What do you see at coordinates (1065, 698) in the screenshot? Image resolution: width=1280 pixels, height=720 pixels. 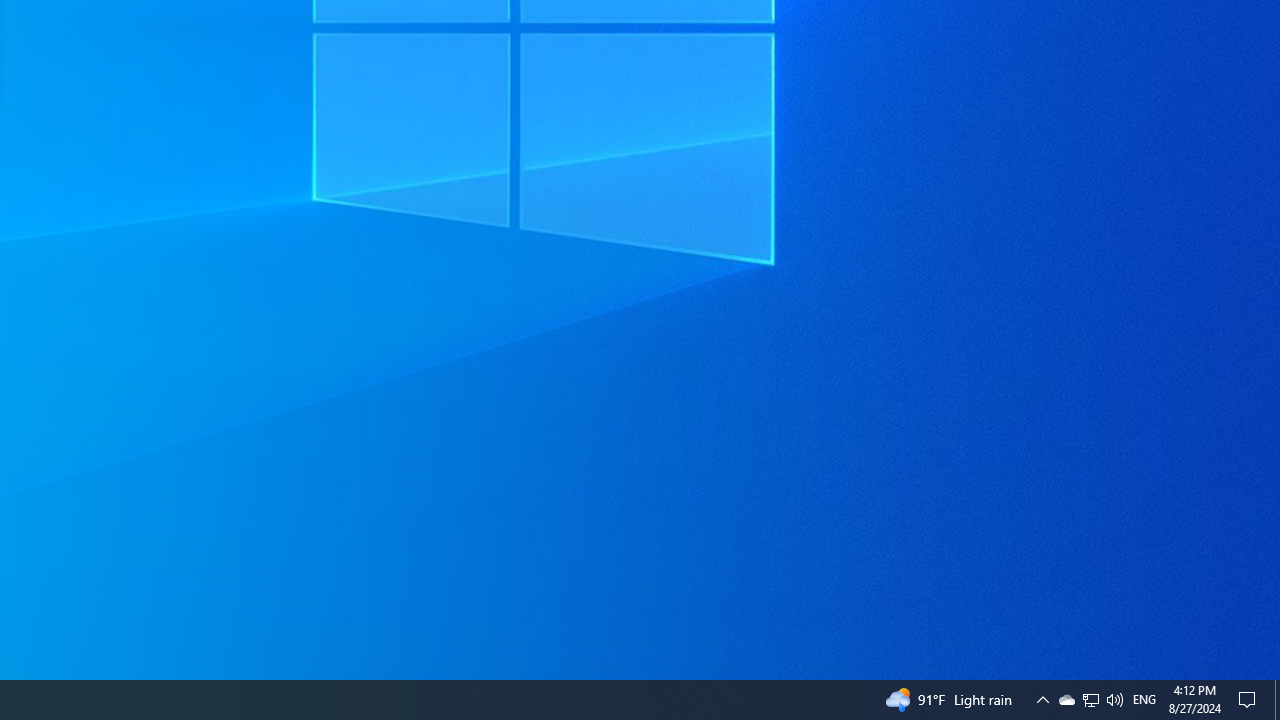 I see `'Q2790: 100%'` at bounding box center [1065, 698].